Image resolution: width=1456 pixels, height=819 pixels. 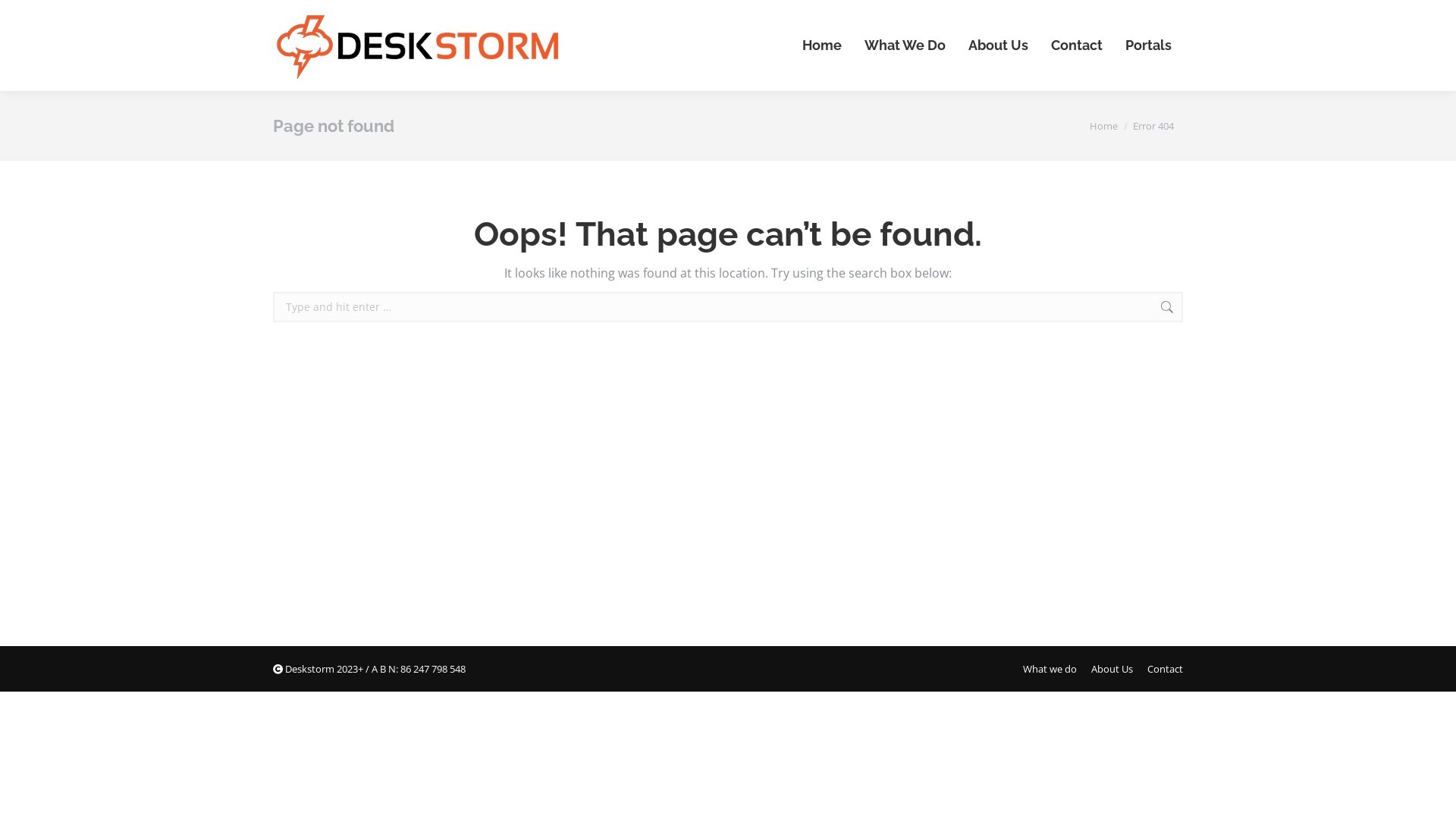 What do you see at coordinates (1076, 45) in the screenshot?
I see `'Contact'` at bounding box center [1076, 45].